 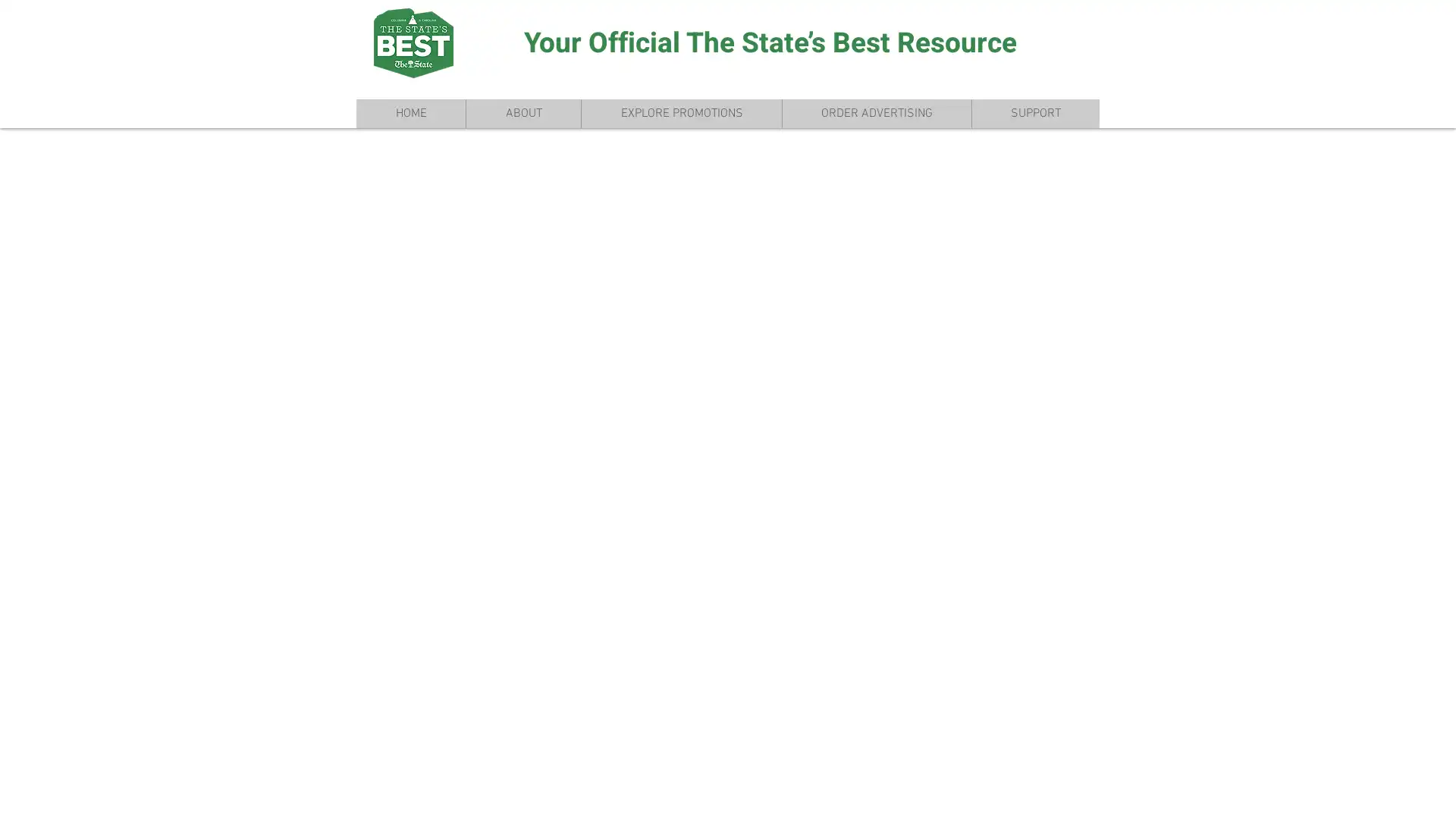 I want to click on Accept, so click(x=1388, y=794).